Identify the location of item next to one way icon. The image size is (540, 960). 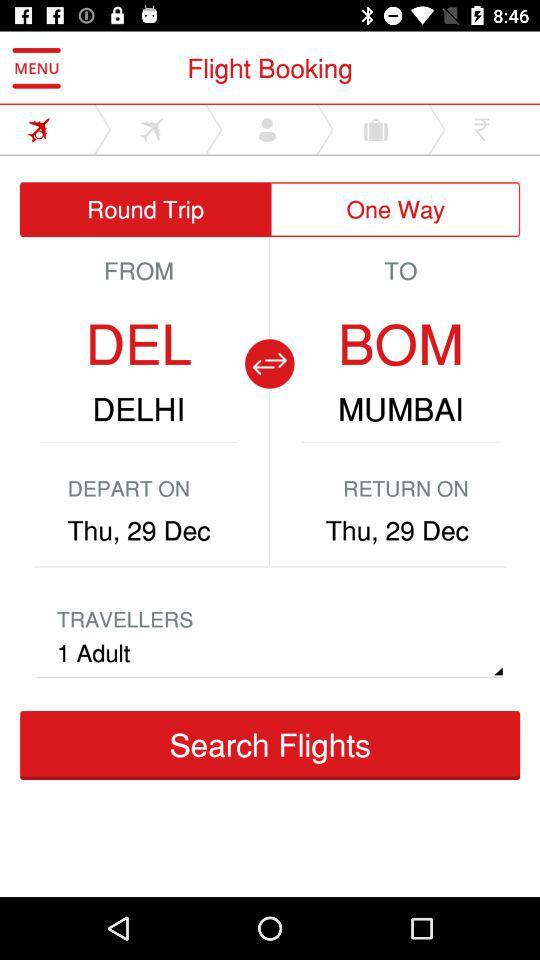
(144, 209).